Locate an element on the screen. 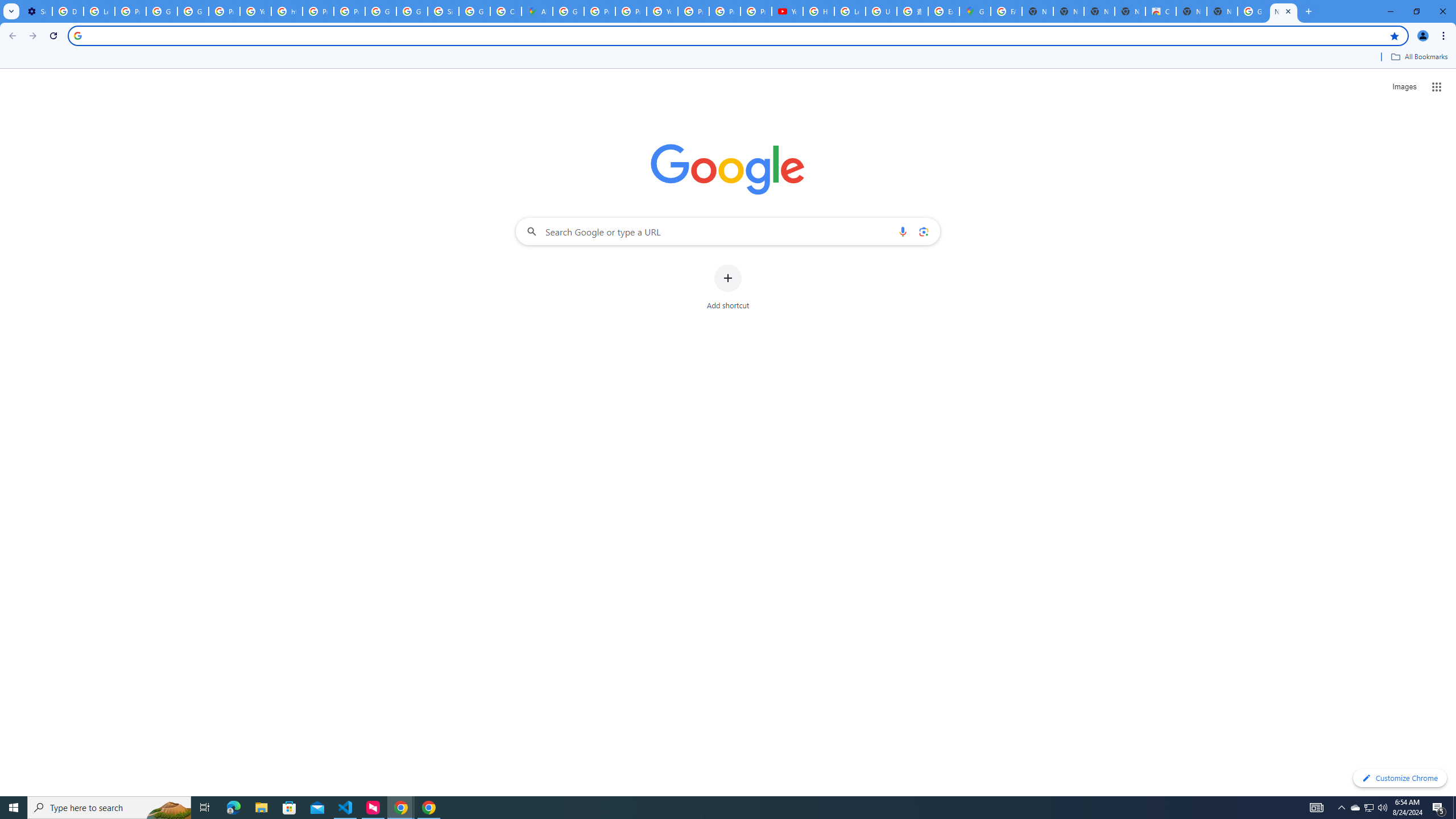 This screenshot has width=1456, height=819. 'How Chrome protects your passwords - Google Chrome Help' is located at coordinates (818, 11).